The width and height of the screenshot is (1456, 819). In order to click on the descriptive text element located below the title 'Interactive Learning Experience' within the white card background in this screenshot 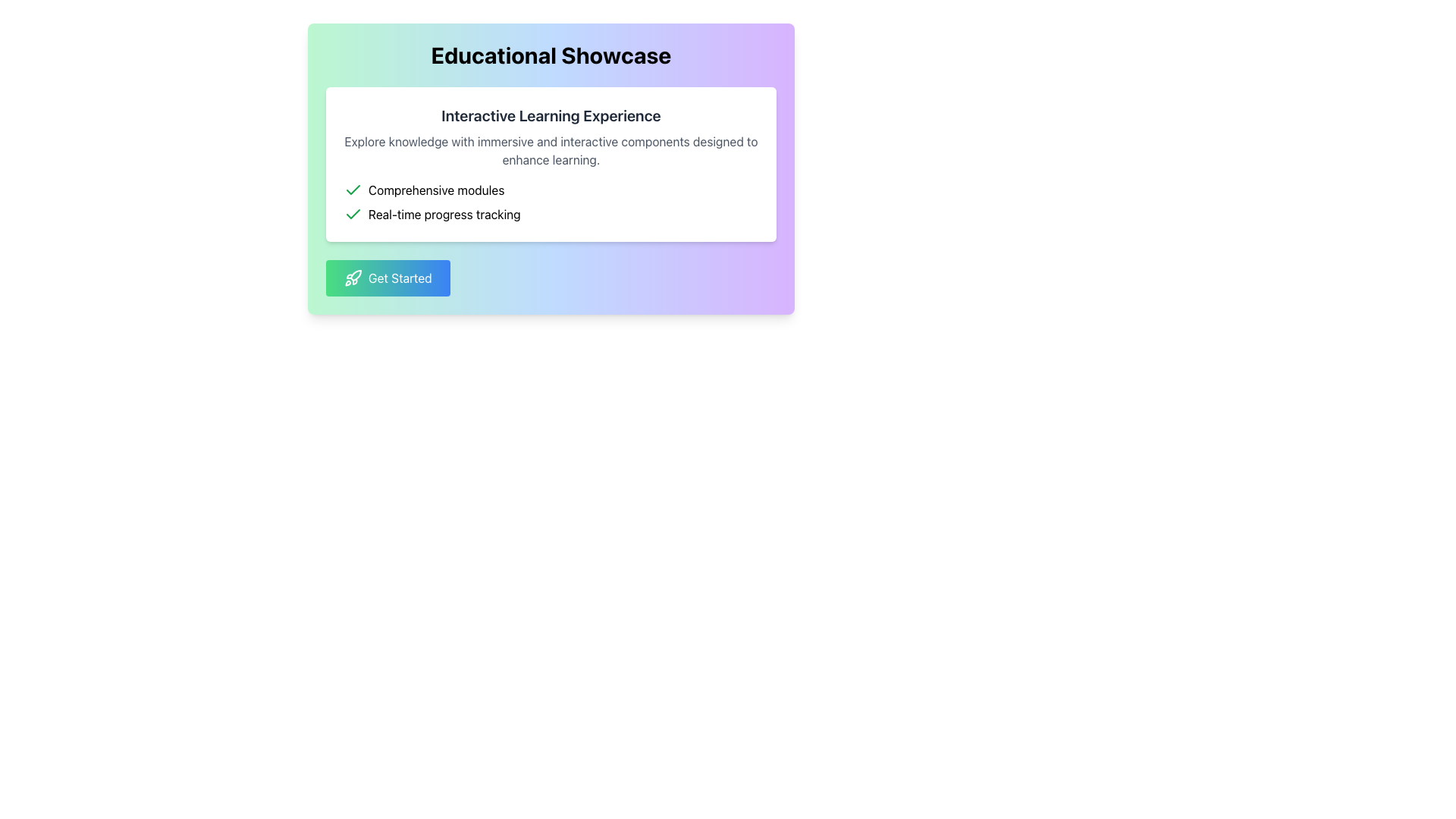, I will do `click(550, 151)`.